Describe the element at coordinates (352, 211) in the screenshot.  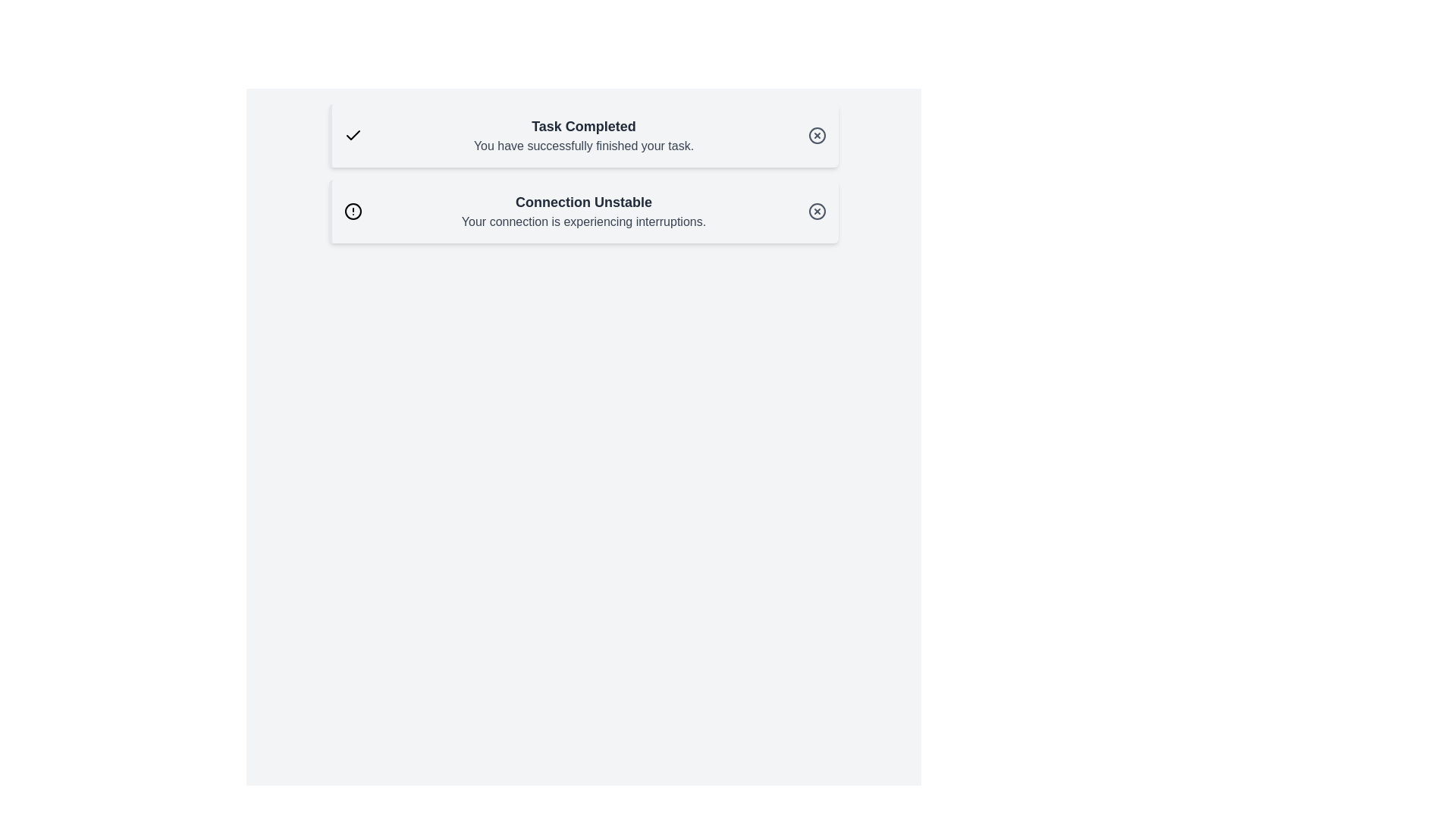
I see `the circular icon with a black outline located in the second notification titled 'Connection Unstable'` at that location.